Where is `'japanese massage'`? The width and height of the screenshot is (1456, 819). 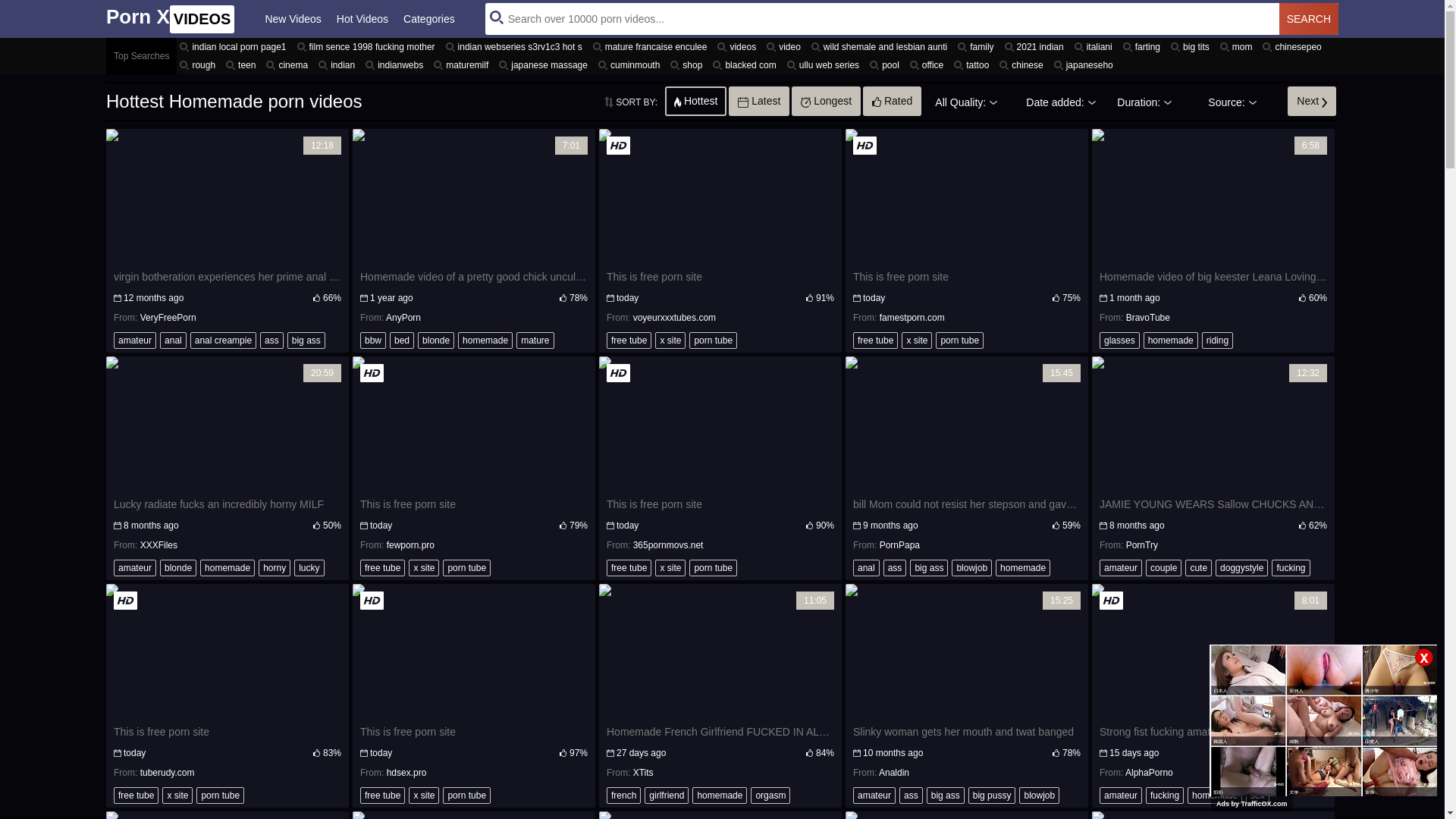 'japanese massage' is located at coordinates (545, 64).